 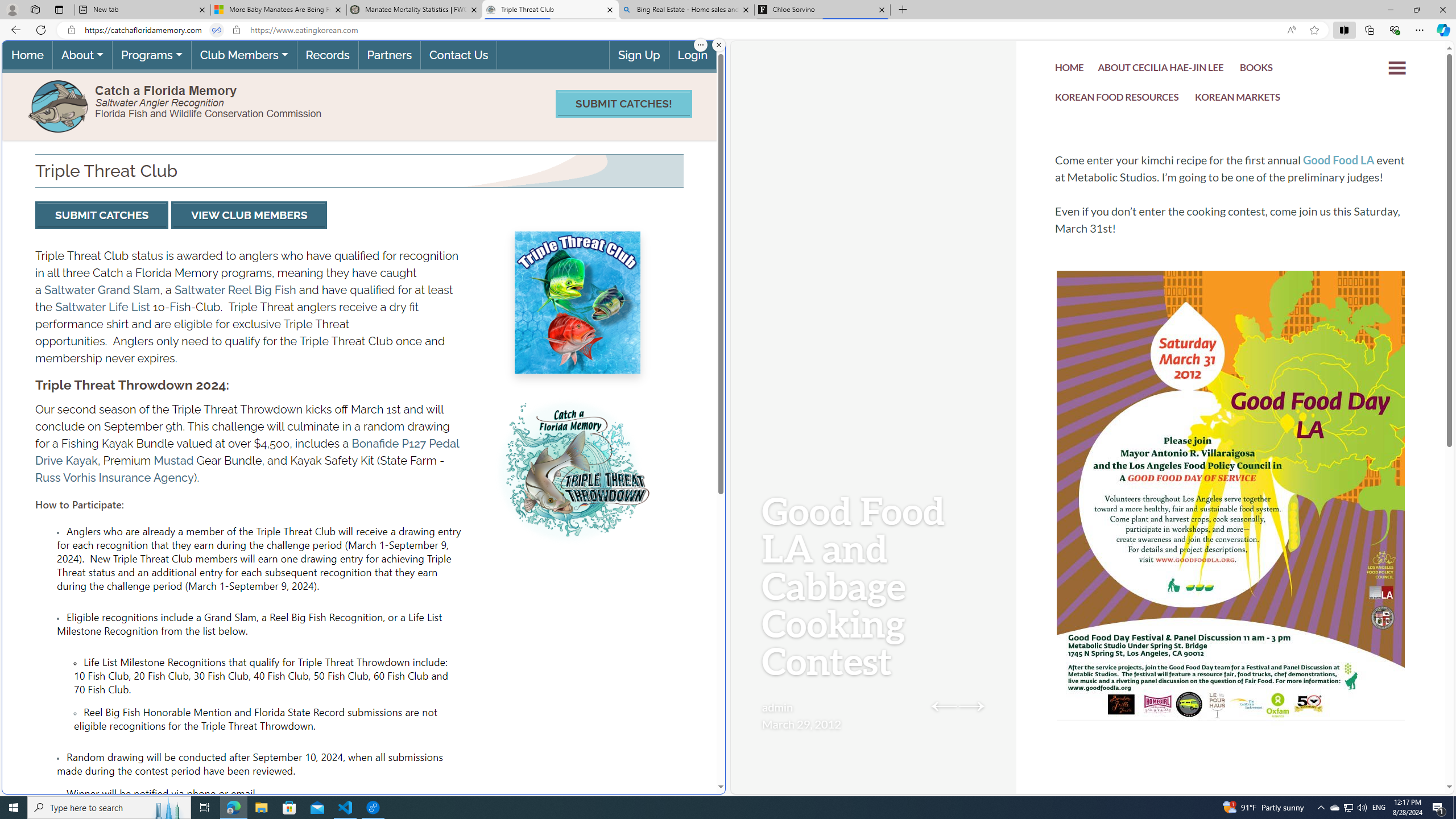 What do you see at coordinates (81, 55) in the screenshot?
I see `'About'` at bounding box center [81, 55].